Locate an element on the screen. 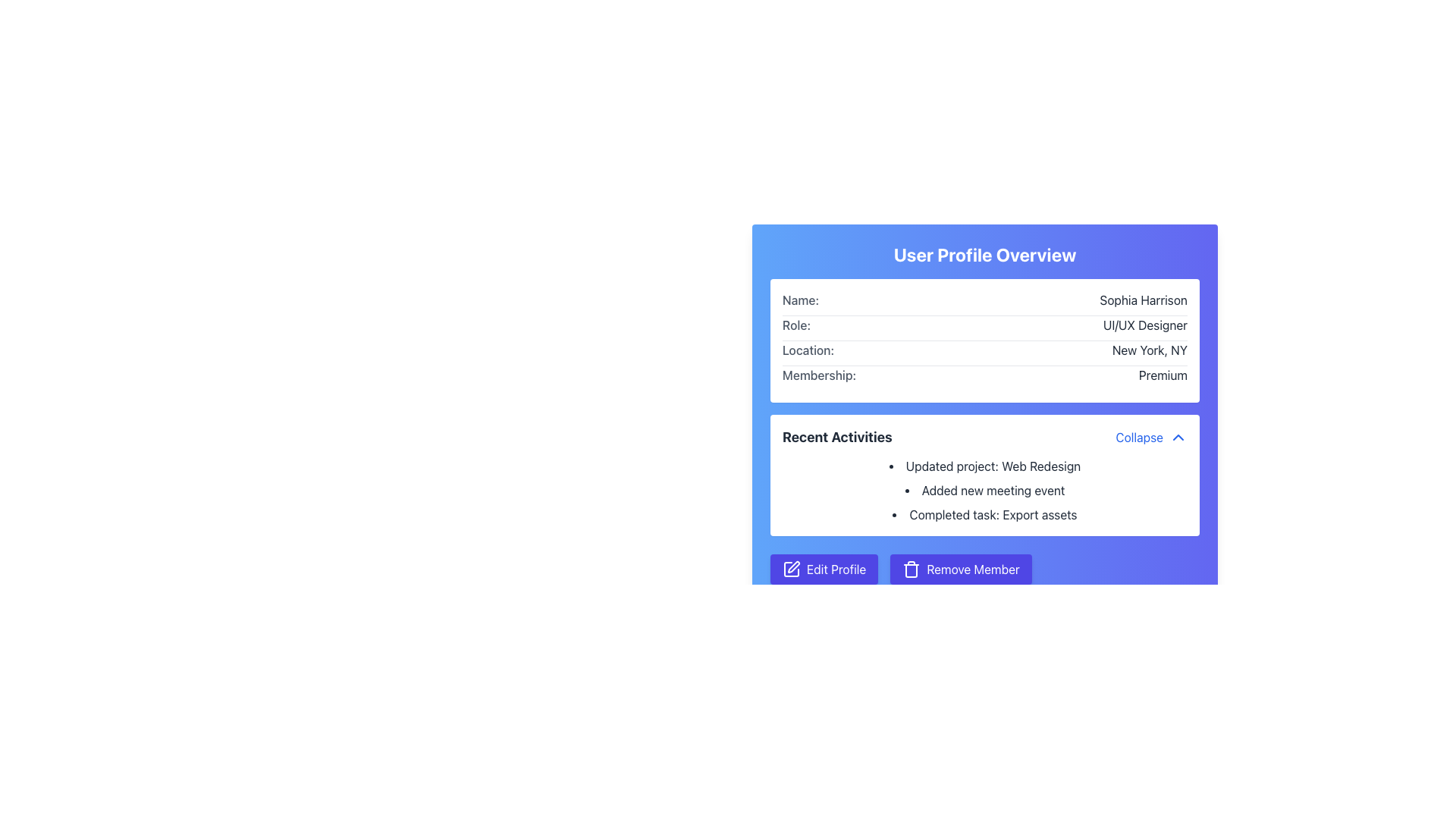 The image size is (1456, 819). the text line displaying 'Added new meeting event' in the 'Recent Activities' section, which is the second item in a bulleted list is located at coordinates (985, 491).